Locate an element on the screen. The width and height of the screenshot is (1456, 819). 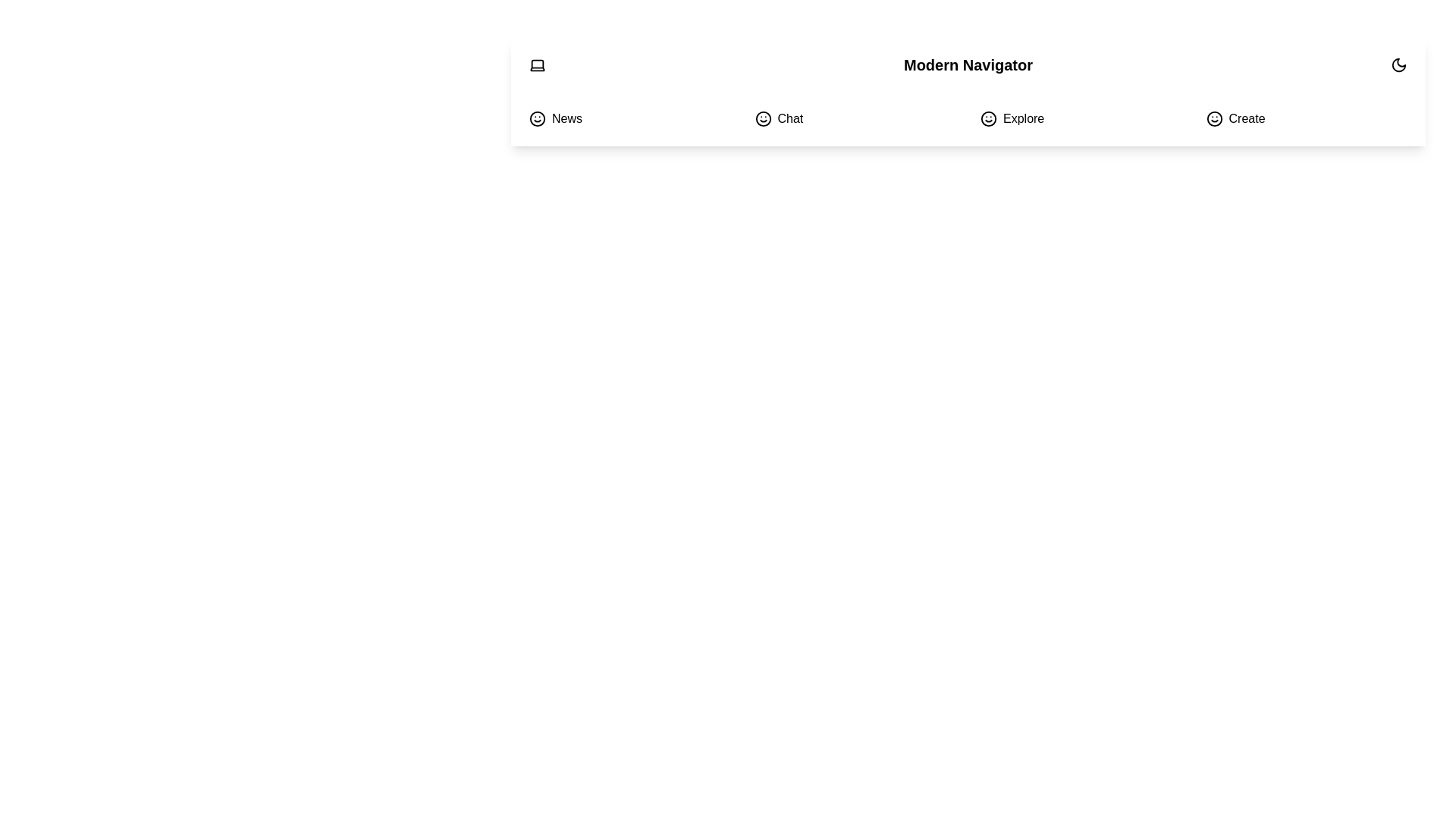
the menu item to navigate to the Create section is located at coordinates (1306, 118).